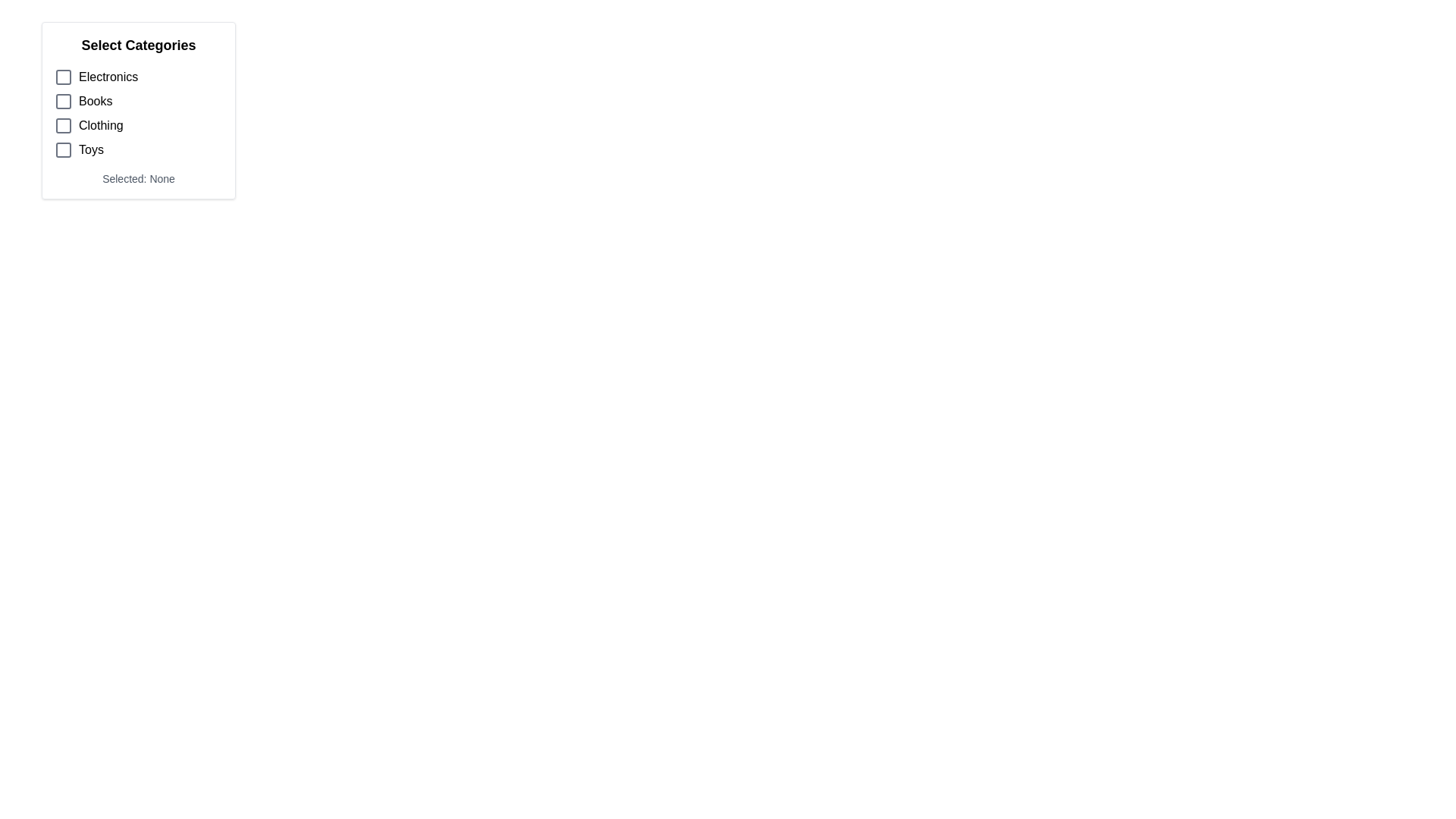 This screenshot has width=1456, height=819. I want to click on the 'Toys' text label to trigger any potential tooltip or highlight. This label is located in the fourth row of options, to the right of a checkbox icon, so click(90, 149).